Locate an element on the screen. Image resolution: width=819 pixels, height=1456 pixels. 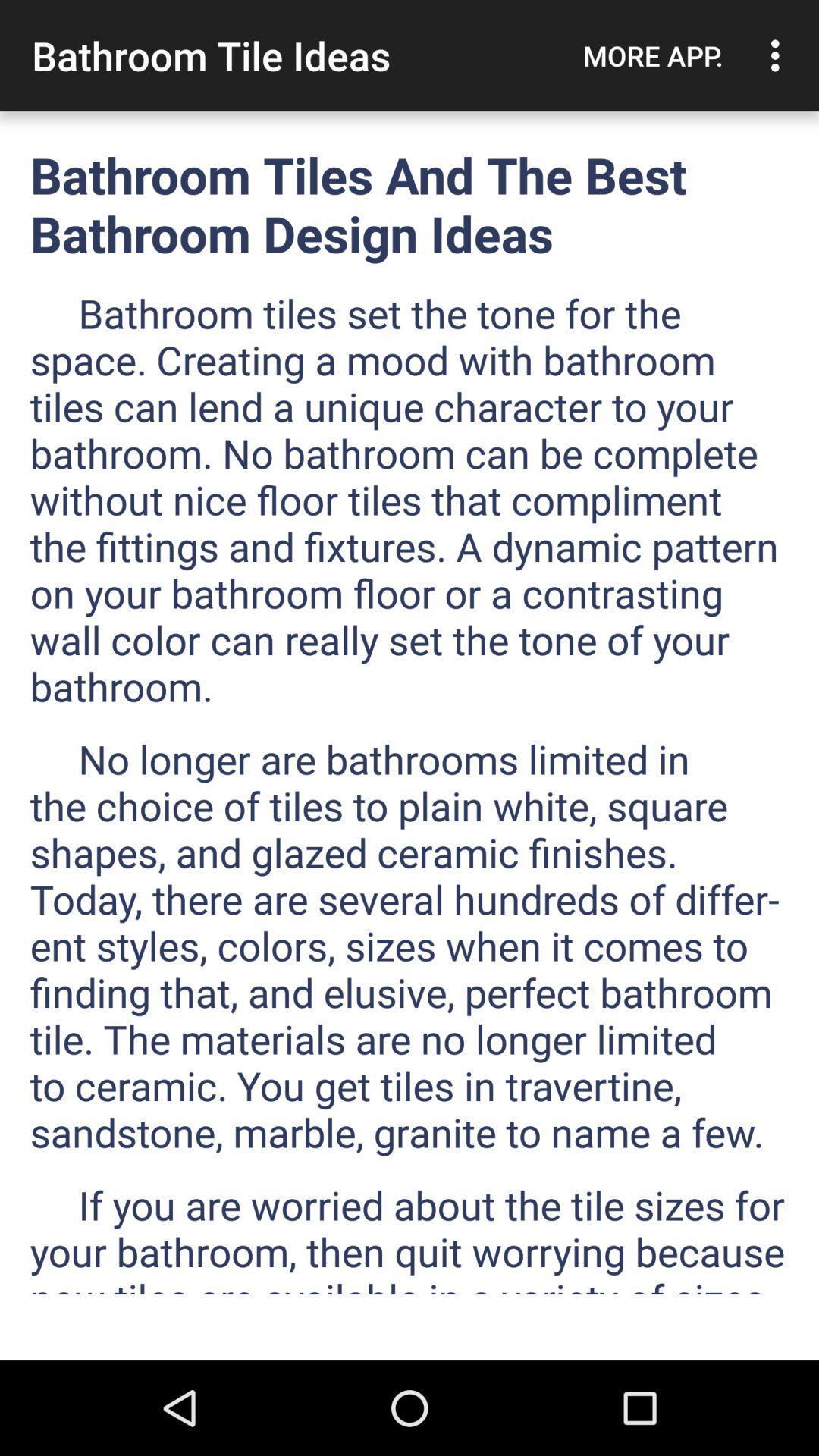
the item above bathroom tiles and app is located at coordinates (652, 55).